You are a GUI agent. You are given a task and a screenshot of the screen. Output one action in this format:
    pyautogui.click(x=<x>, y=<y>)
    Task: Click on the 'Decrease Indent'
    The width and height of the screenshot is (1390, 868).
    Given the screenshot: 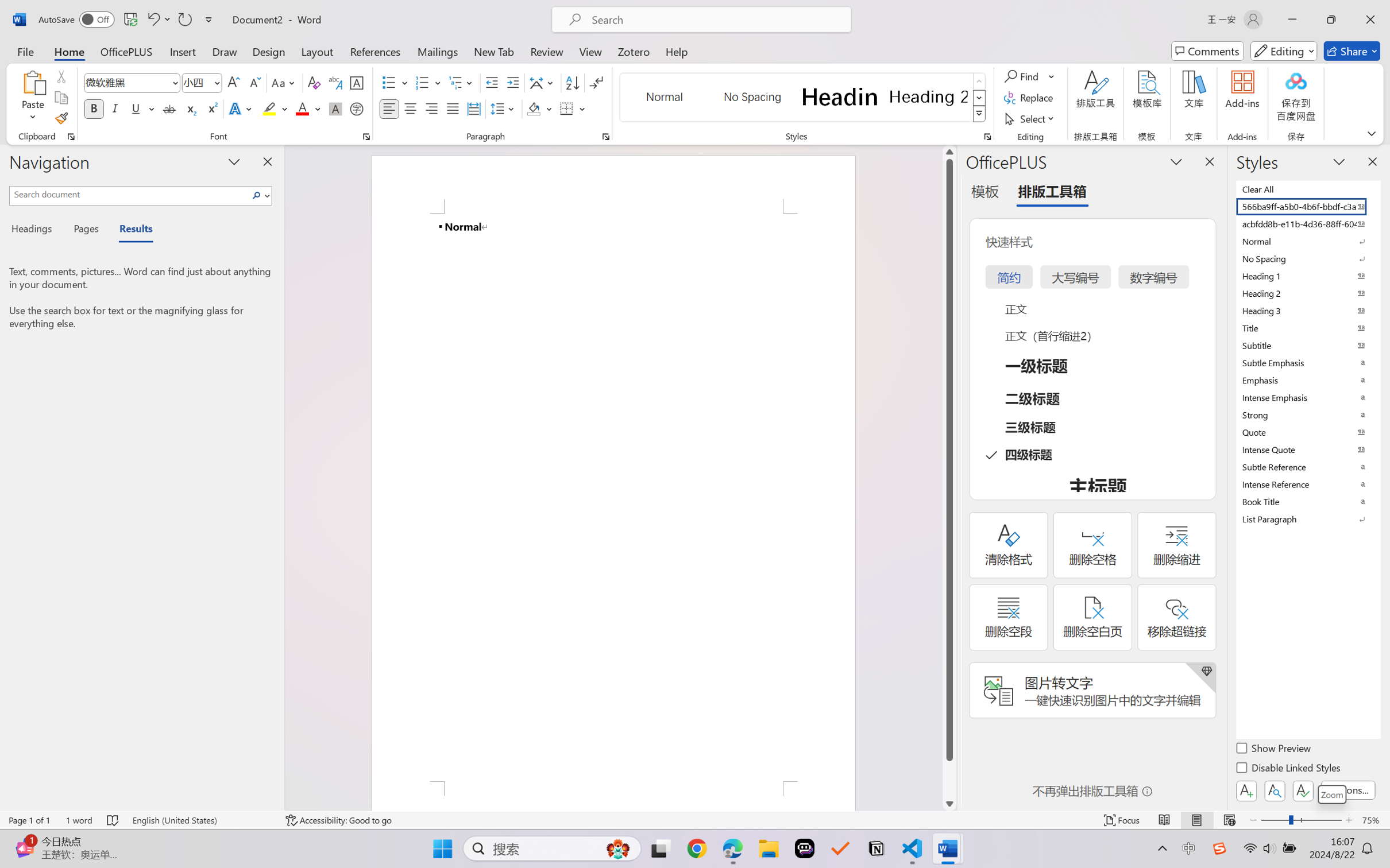 What is the action you would take?
    pyautogui.click(x=492, y=83)
    